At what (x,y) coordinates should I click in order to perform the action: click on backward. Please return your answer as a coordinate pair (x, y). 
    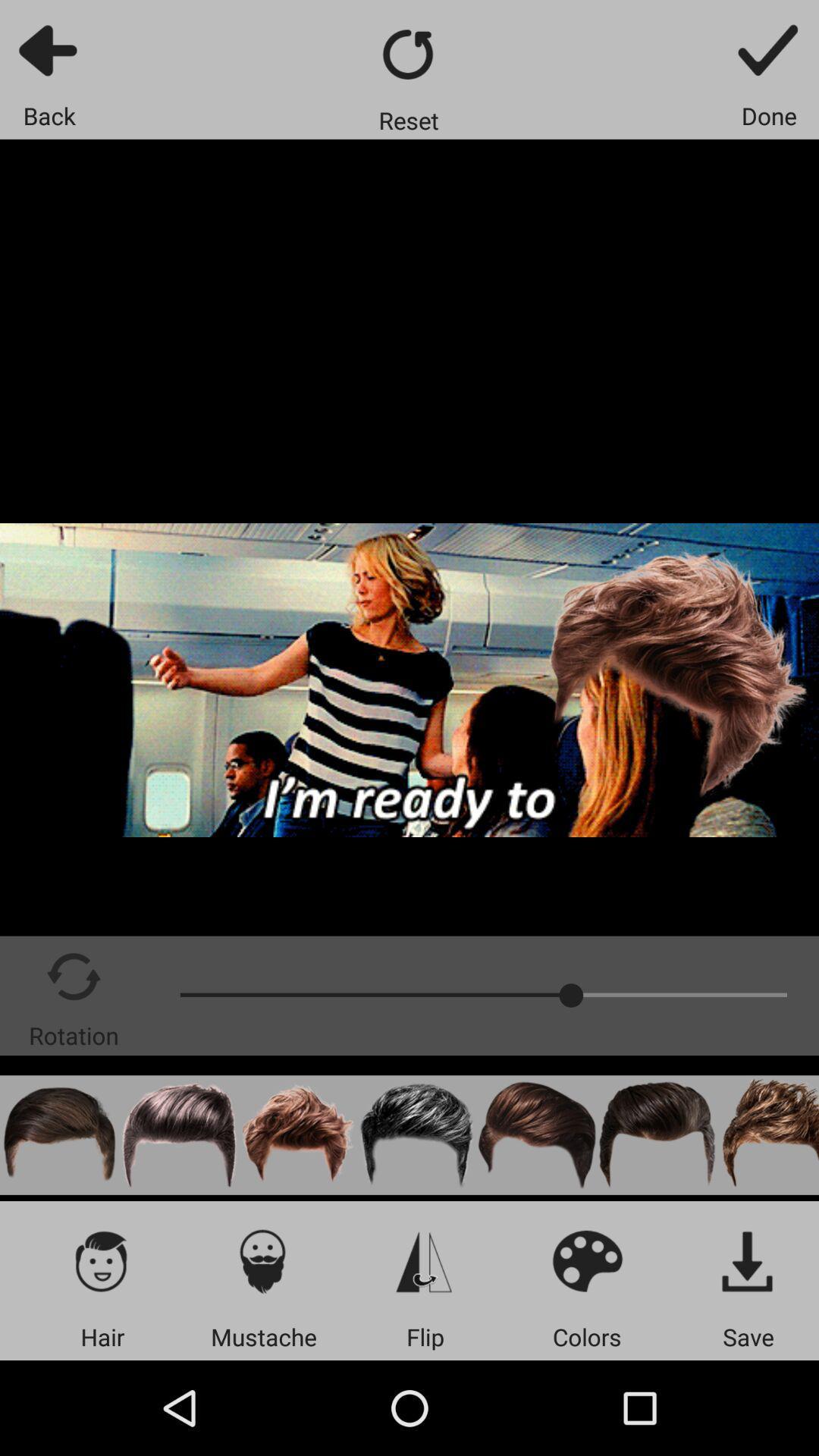
    Looking at the image, I should click on (49, 49).